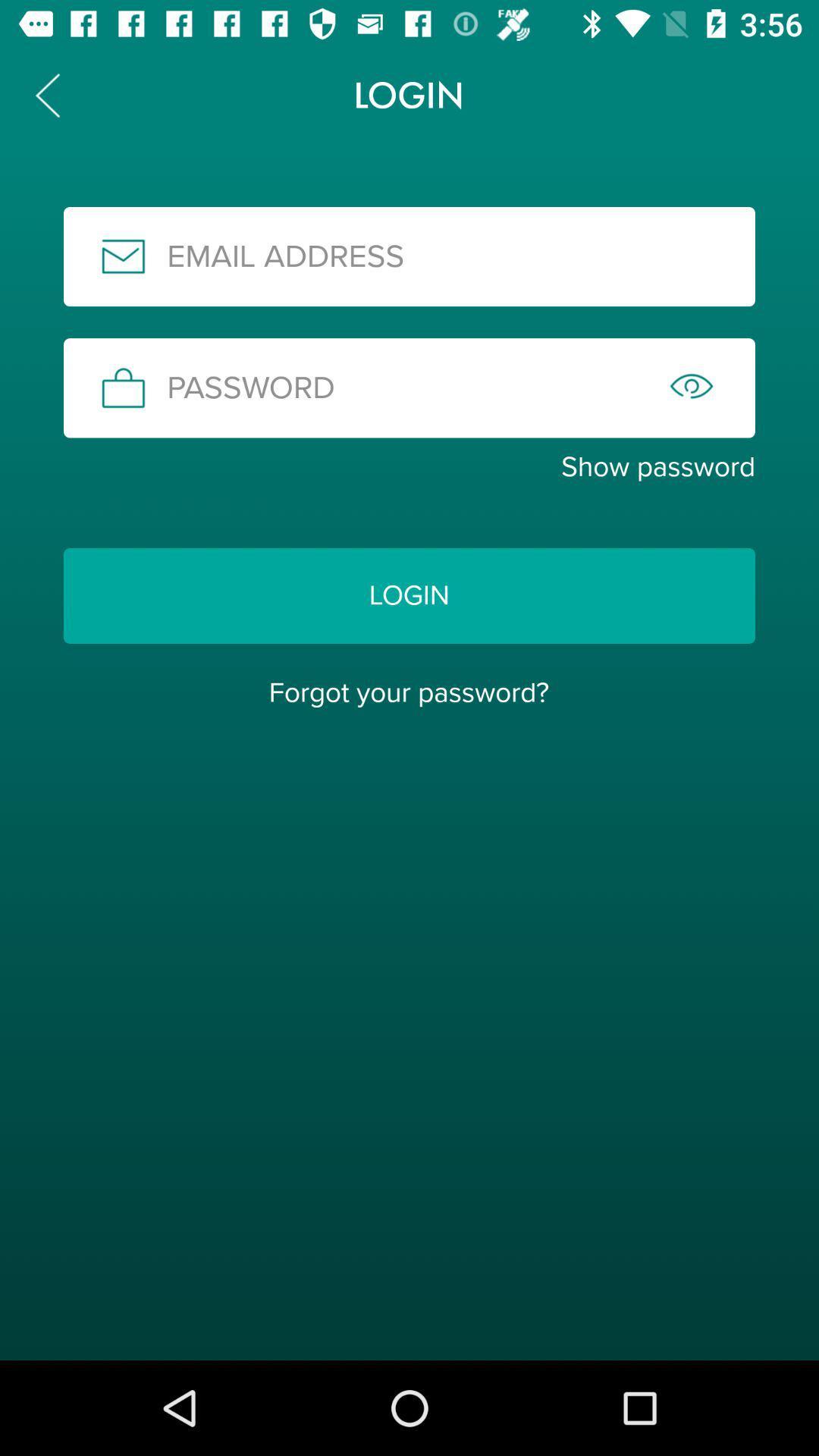  What do you see at coordinates (46, 94) in the screenshot?
I see `the arrow_backward icon` at bounding box center [46, 94].